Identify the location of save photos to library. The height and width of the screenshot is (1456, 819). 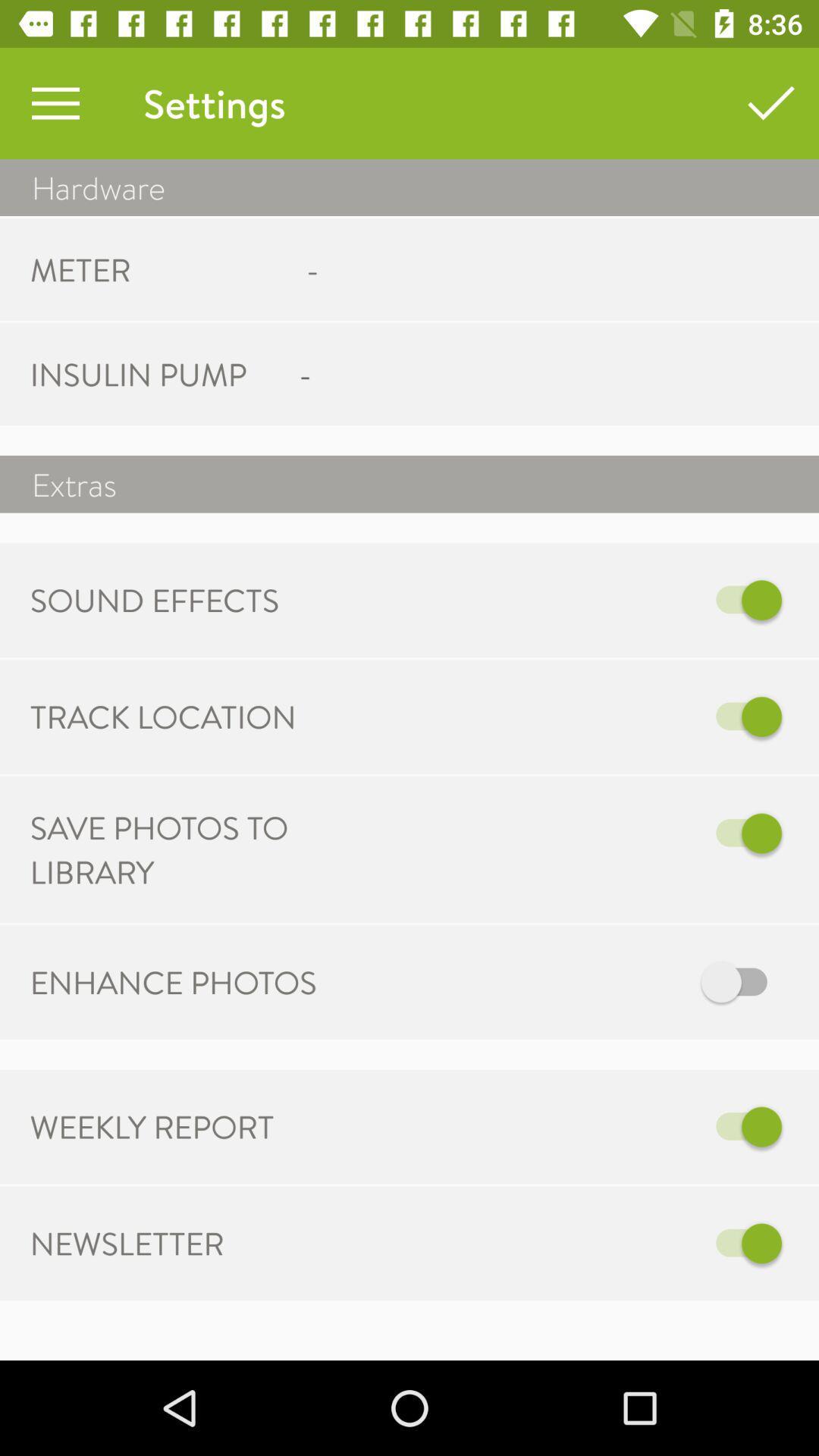
(566, 833).